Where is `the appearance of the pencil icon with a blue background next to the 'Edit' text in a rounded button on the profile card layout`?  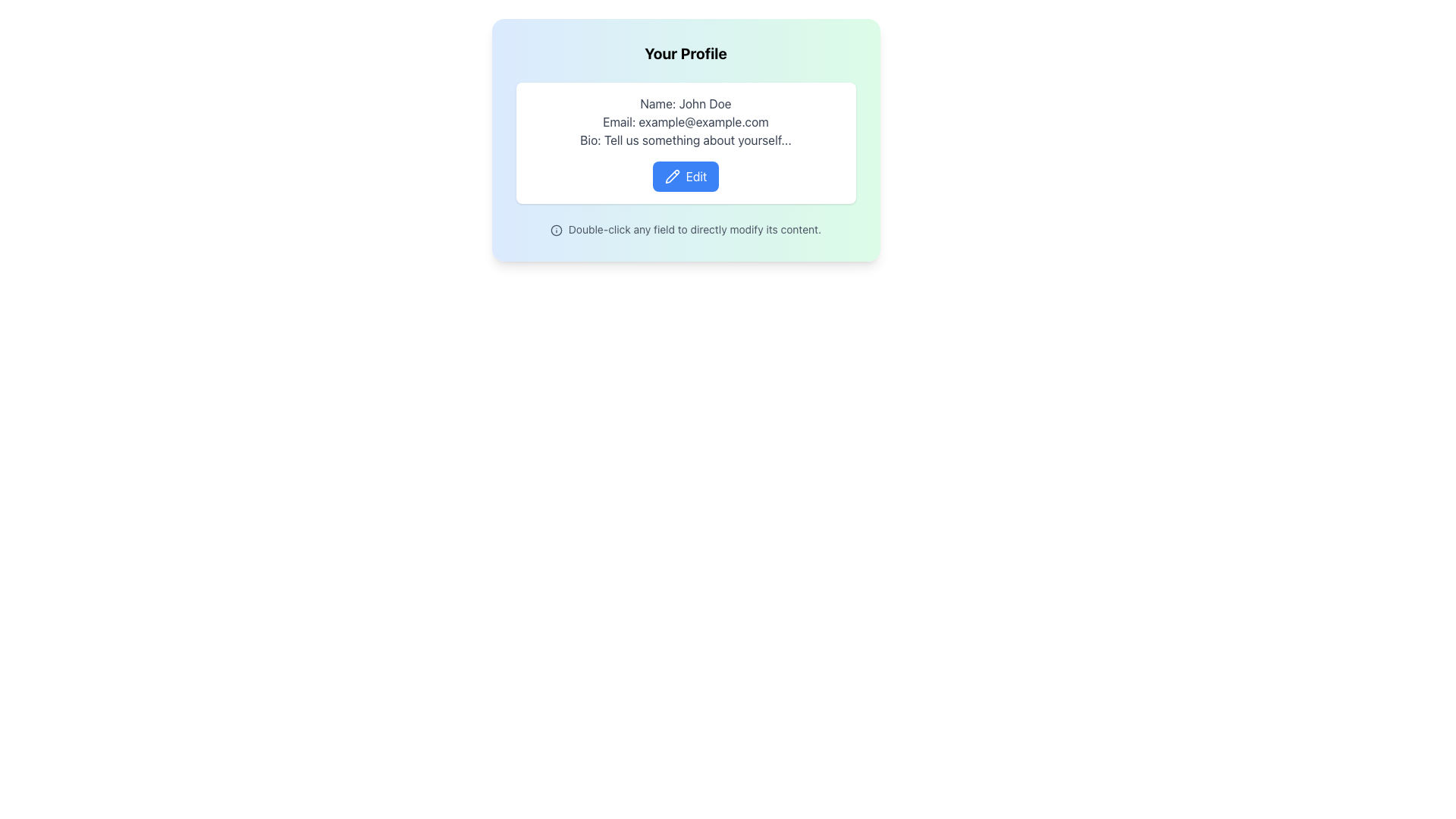 the appearance of the pencil icon with a blue background next to the 'Edit' text in a rounded button on the profile card layout is located at coordinates (671, 175).